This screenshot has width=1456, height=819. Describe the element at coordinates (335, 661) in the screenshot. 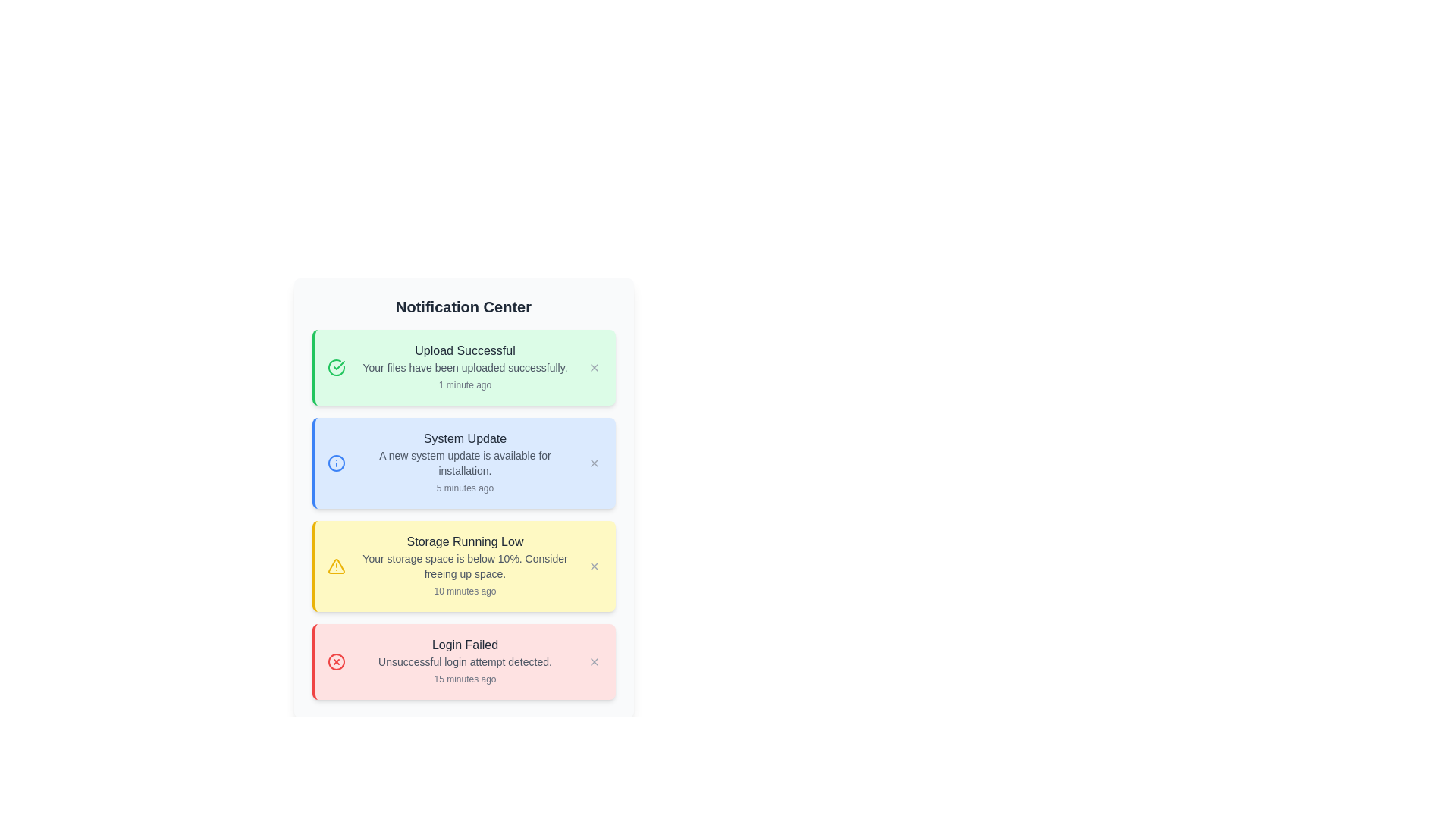

I see `the Decorative Icon that indicates an error or failure event, located at the top-left corner of the 'Login Failed' notification card` at that location.